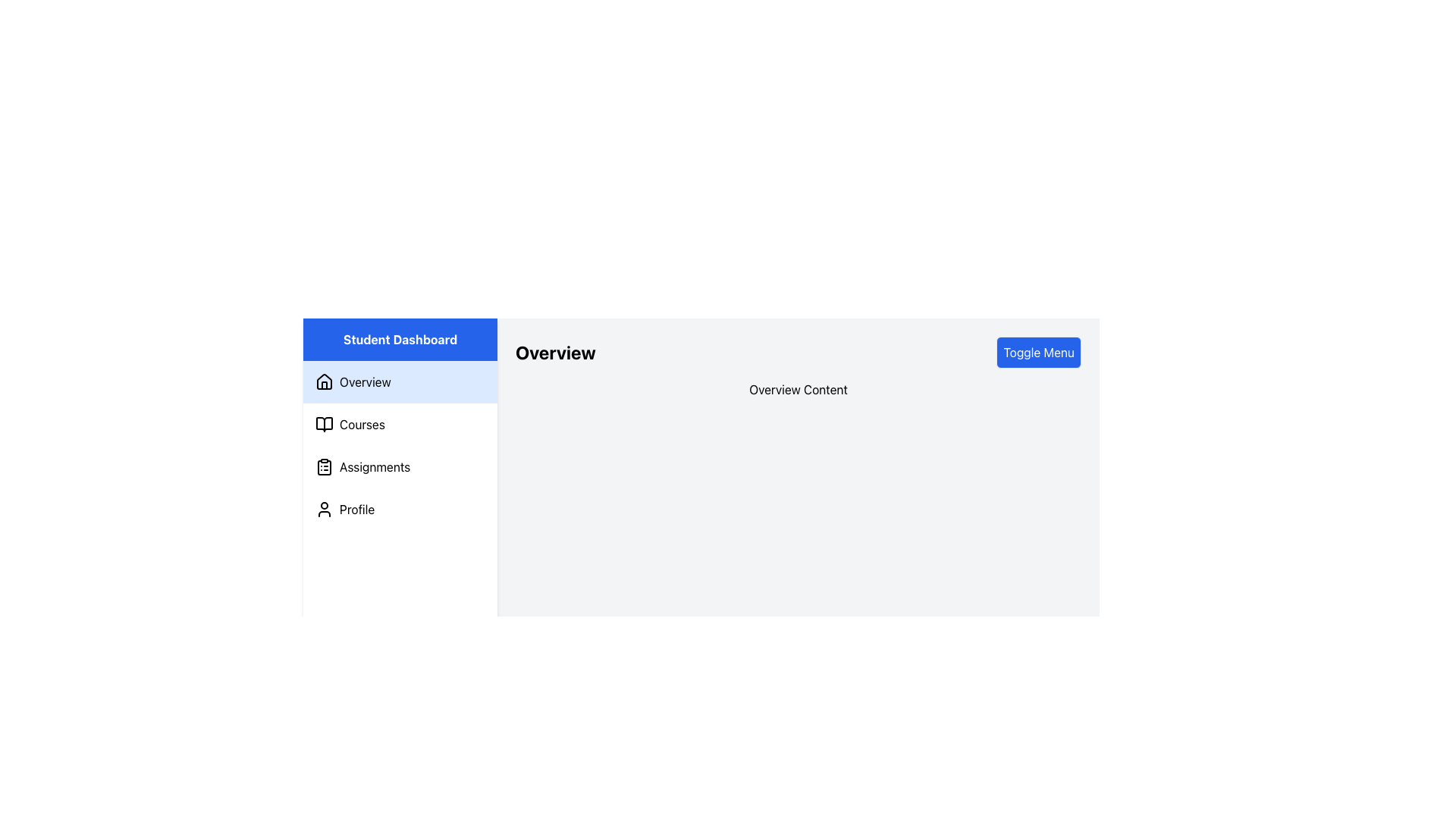 This screenshot has width=1456, height=819. I want to click on the door area of the house icon in the left-side navigation bar, so click(323, 384).